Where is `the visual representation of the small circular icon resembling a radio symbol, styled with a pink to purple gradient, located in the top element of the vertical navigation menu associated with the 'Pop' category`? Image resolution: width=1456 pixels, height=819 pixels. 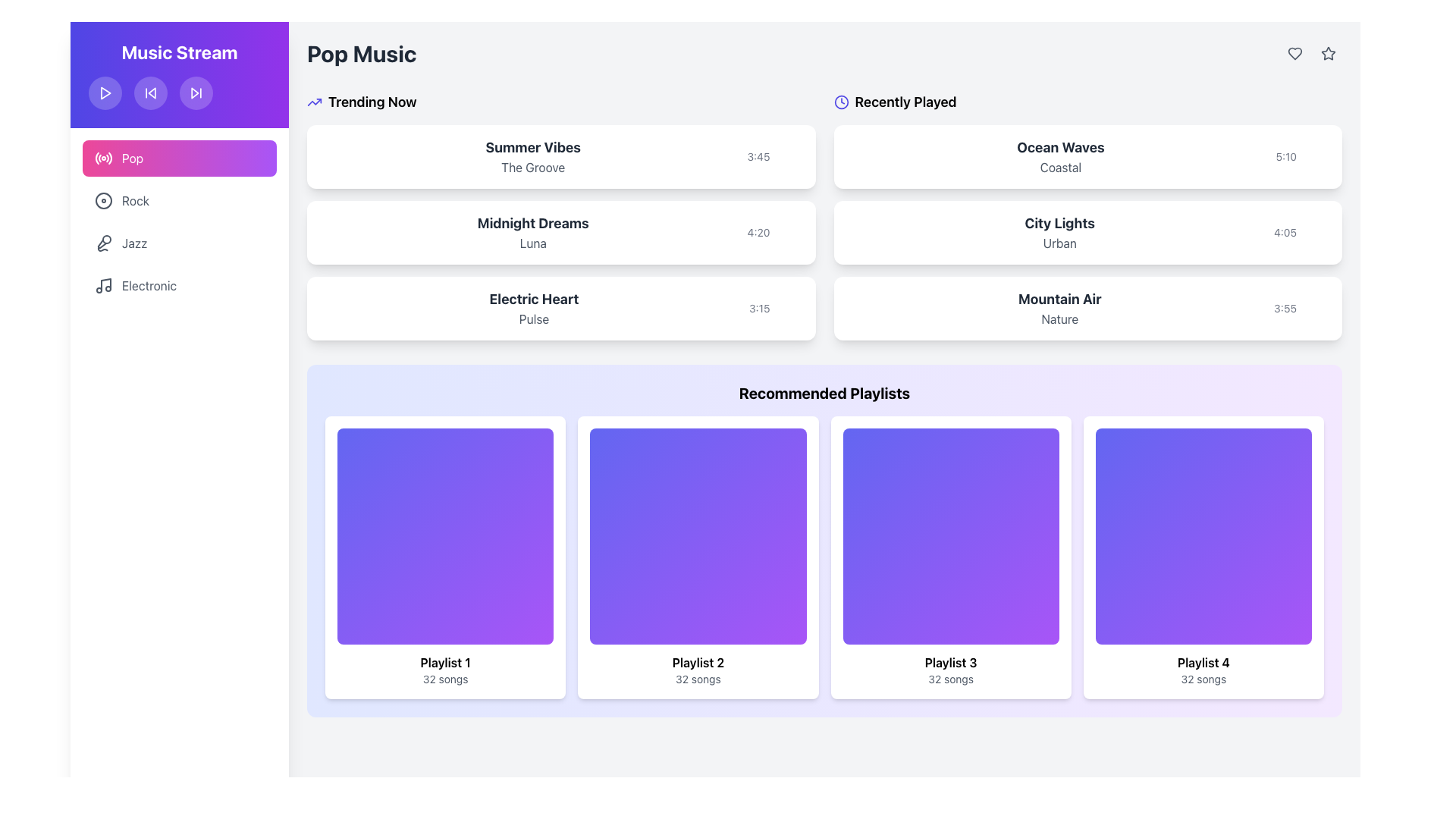 the visual representation of the small circular icon resembling a radio symbol, styled with a pink to purple gradient, located in the top element of the vertical navigation menu associated with the 'Pop' category is located at coordinates (103, 158).